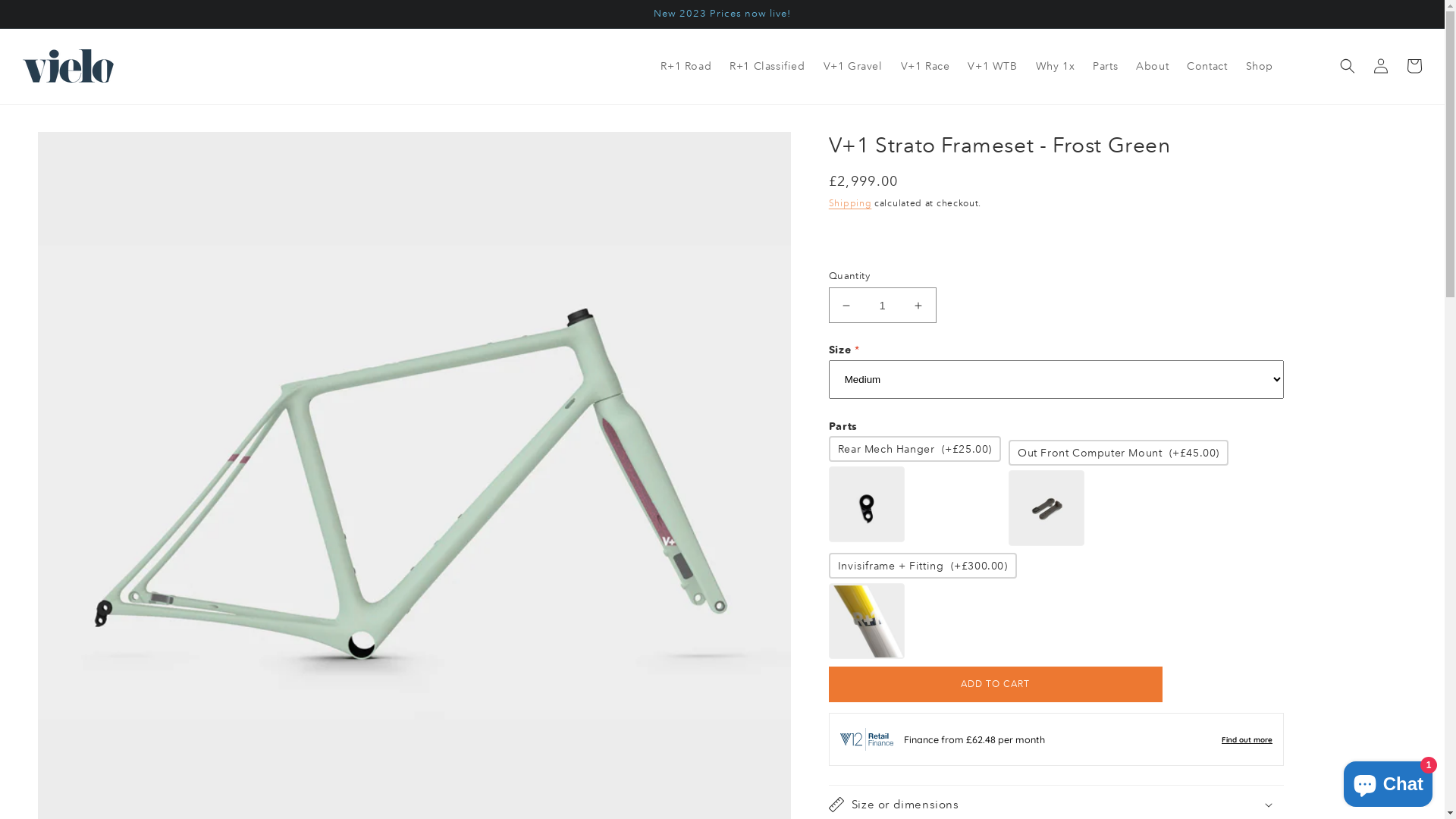  Describe the element at coordinates (1105, 65) in the screenshot. I see `'Parts'` at that location.